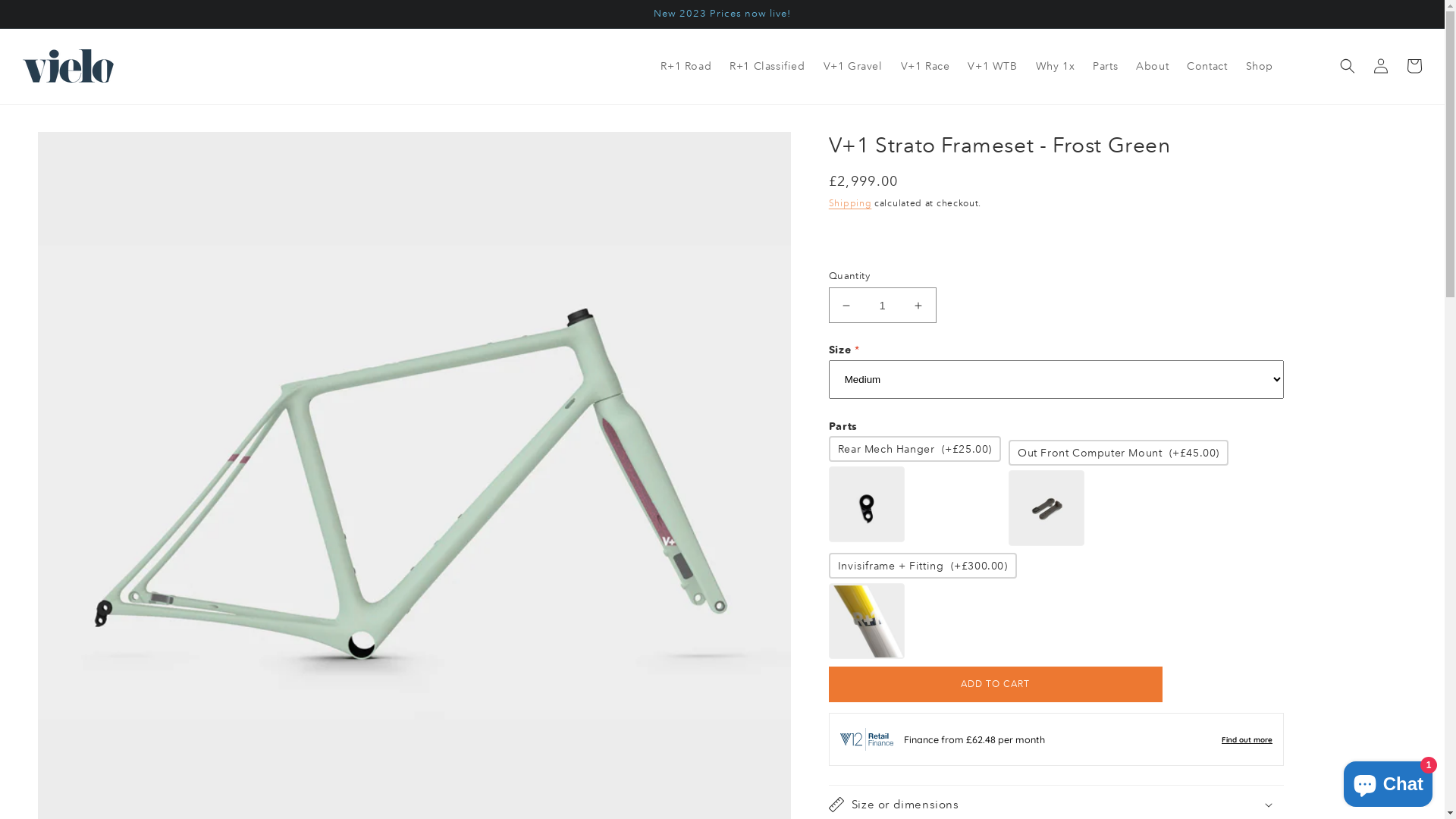  Describe the element at coordinates (1105, 65) in the screenshot. I see `'Parts'` at that location.